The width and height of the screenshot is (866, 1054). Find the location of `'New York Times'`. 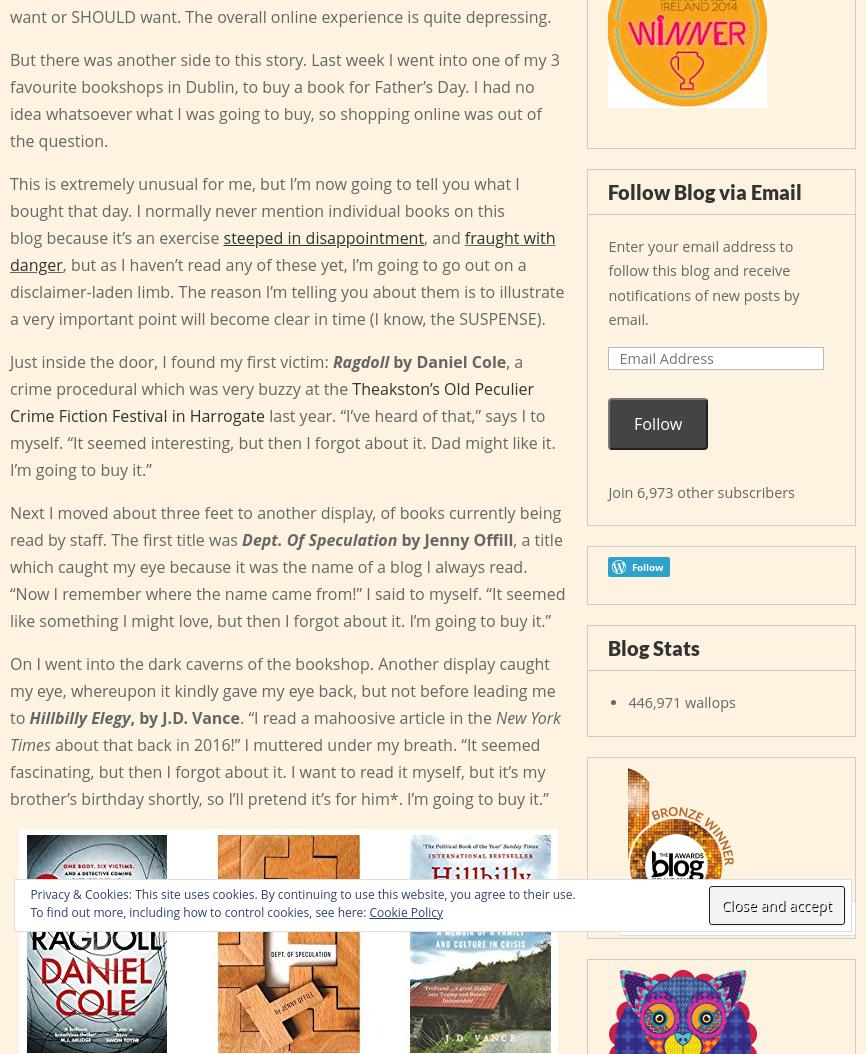

'New York Times' is located at coordinates (284, 729).